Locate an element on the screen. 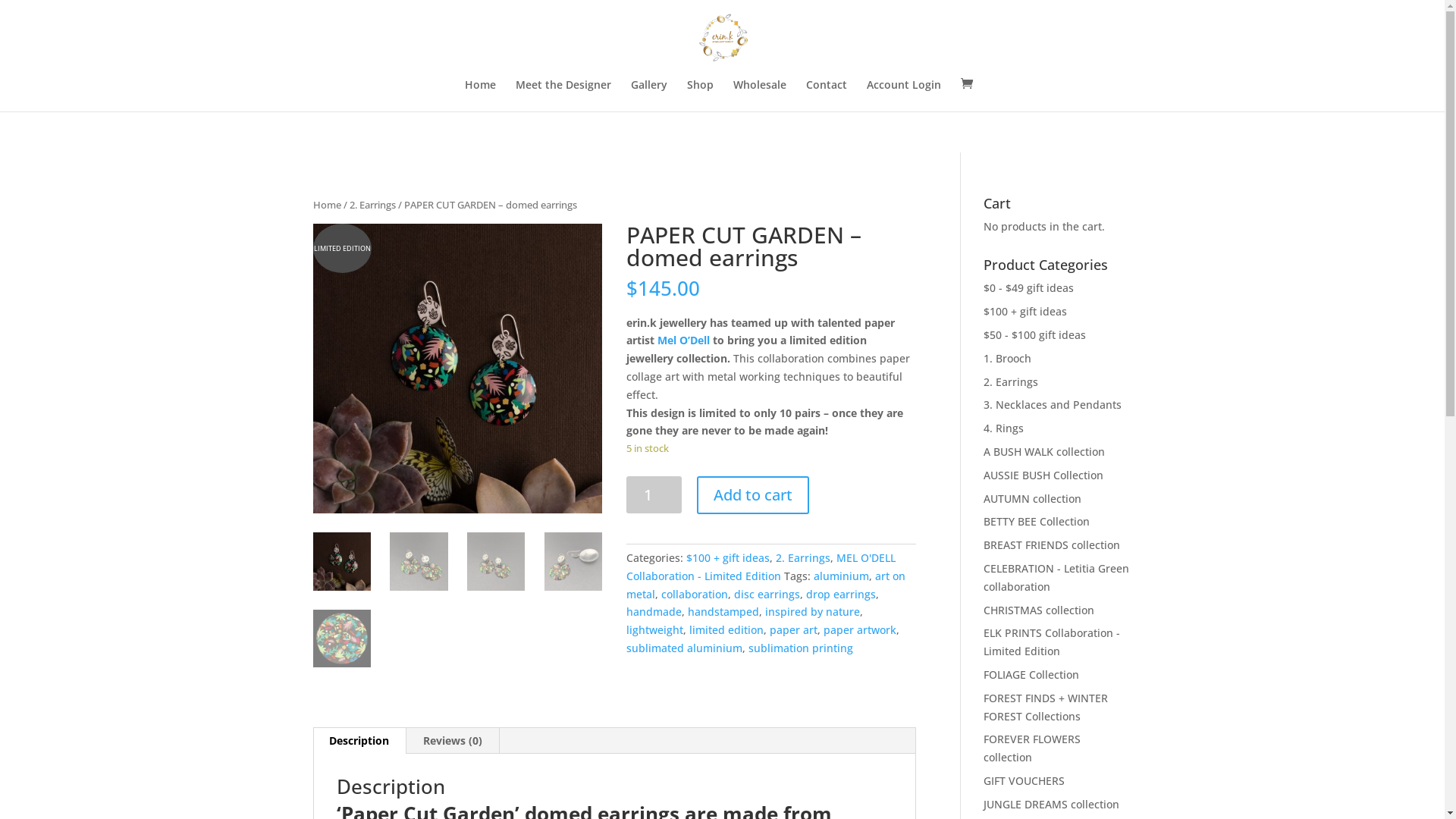 The width and height of the screenshot is (1456, 819). 'limited edition' is located at coordinates (688, 629).